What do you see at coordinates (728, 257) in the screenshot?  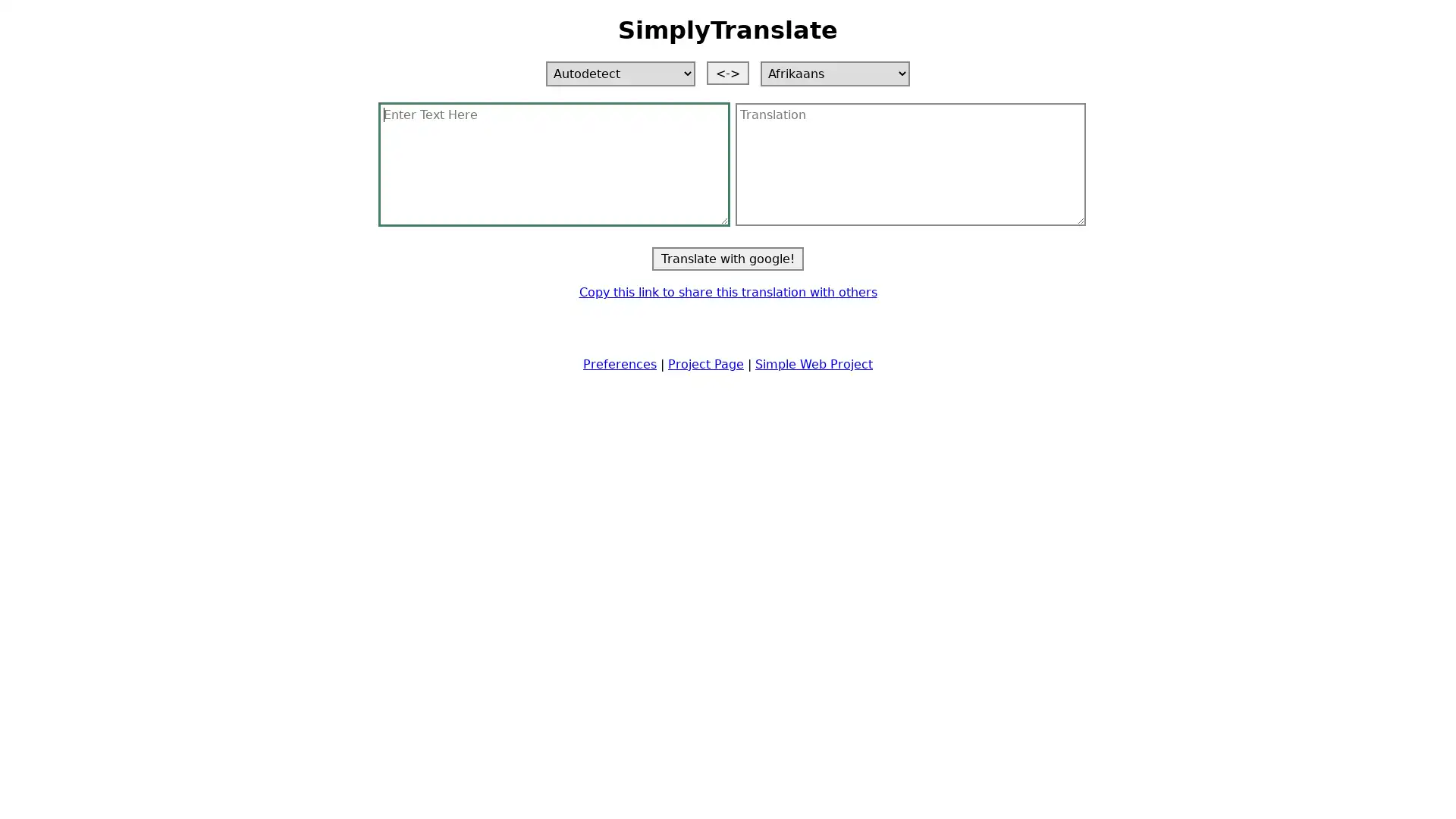 I see `Translate with google!` at bounding box center [728, 257].